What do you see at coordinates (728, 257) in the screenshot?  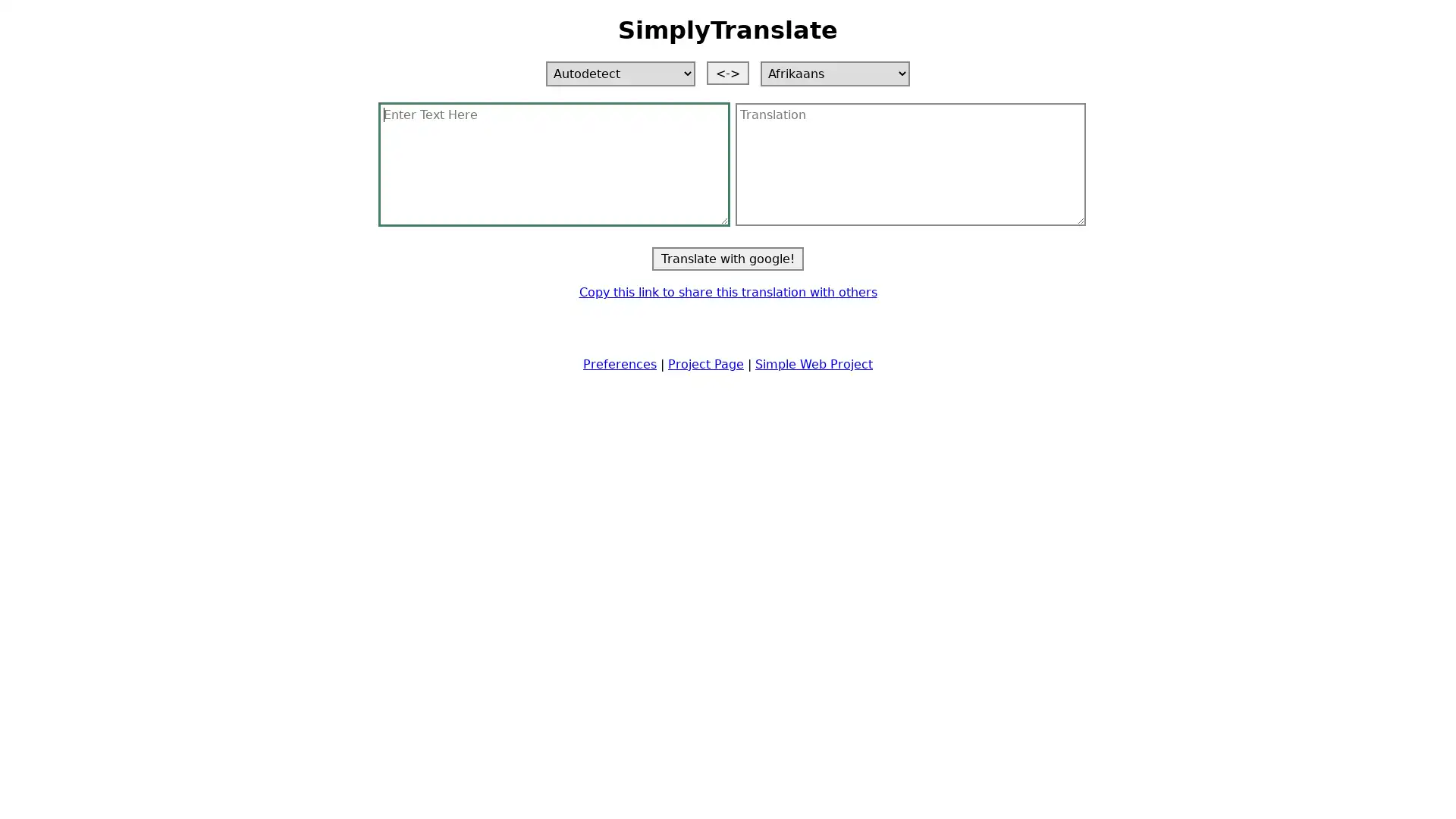 I see `Translate with google!` at bounding box center [728, 257].